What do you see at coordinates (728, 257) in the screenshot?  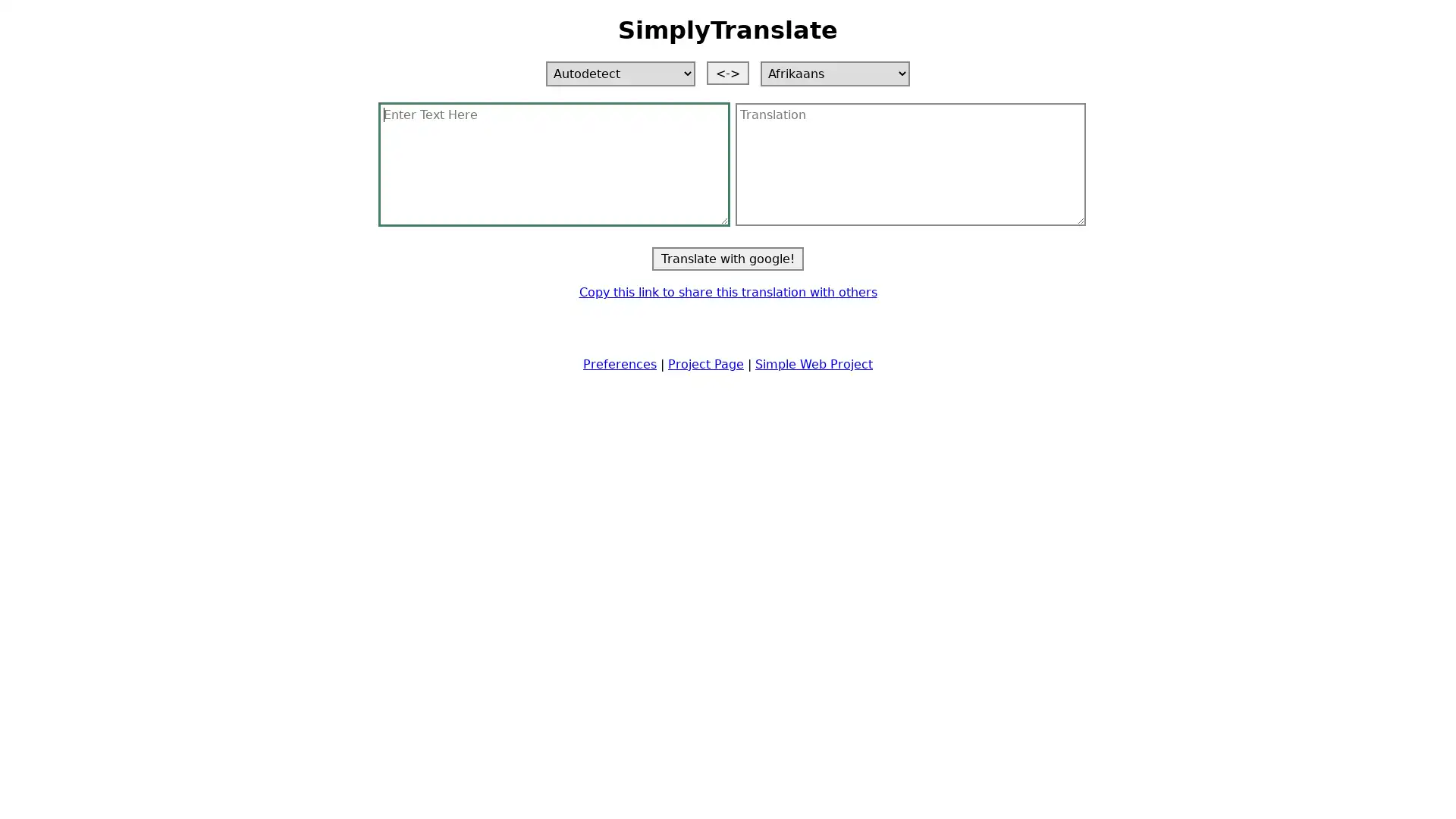 I see `Translate with google!` at bounding box center [728, 257].